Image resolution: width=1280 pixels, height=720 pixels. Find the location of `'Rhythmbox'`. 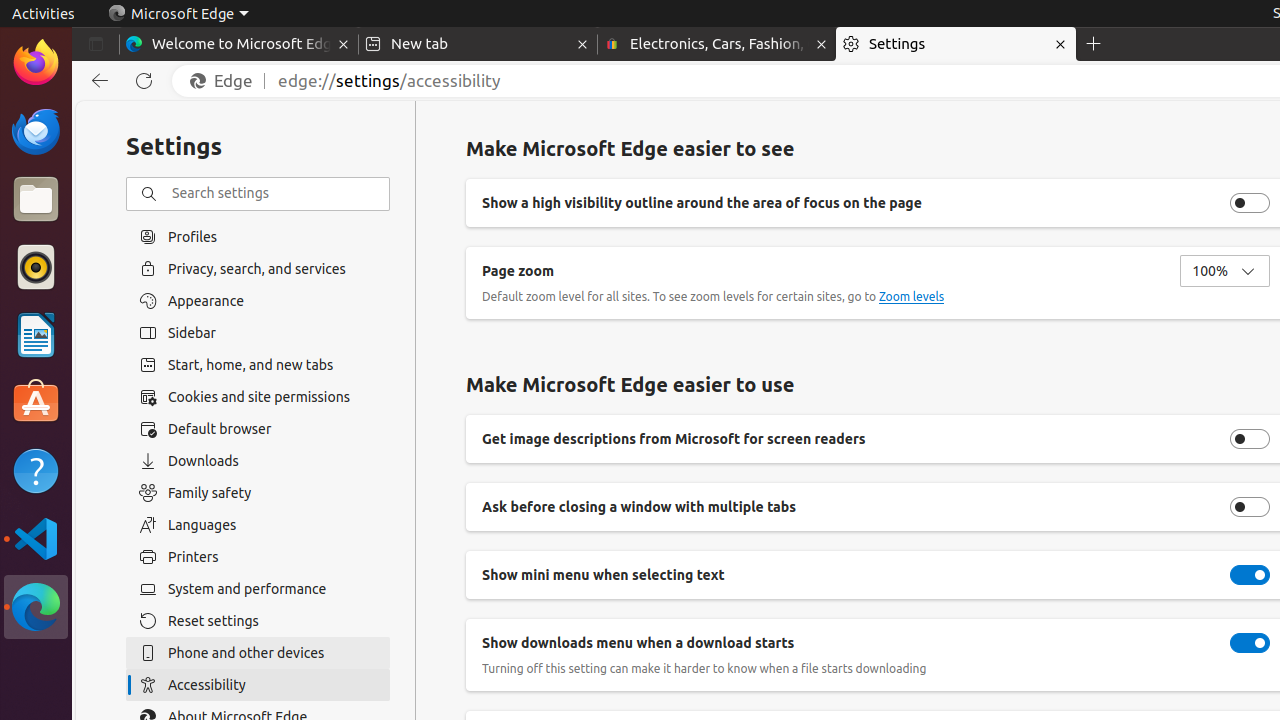

'Rhythmbox' is located at coordinates (35, 265).